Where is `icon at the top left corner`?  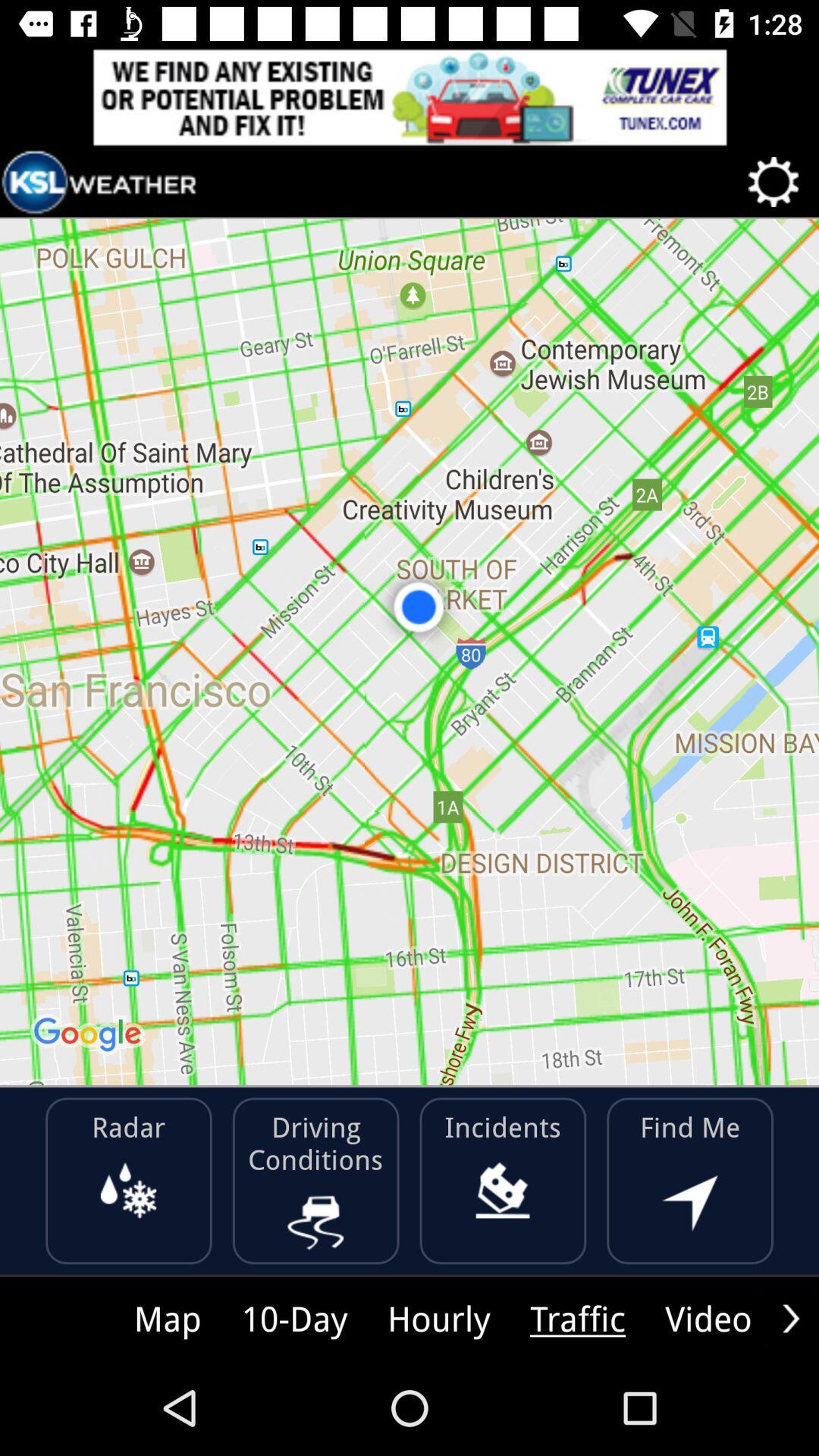 icon at the top left corner is located at coordinates (99, 182).